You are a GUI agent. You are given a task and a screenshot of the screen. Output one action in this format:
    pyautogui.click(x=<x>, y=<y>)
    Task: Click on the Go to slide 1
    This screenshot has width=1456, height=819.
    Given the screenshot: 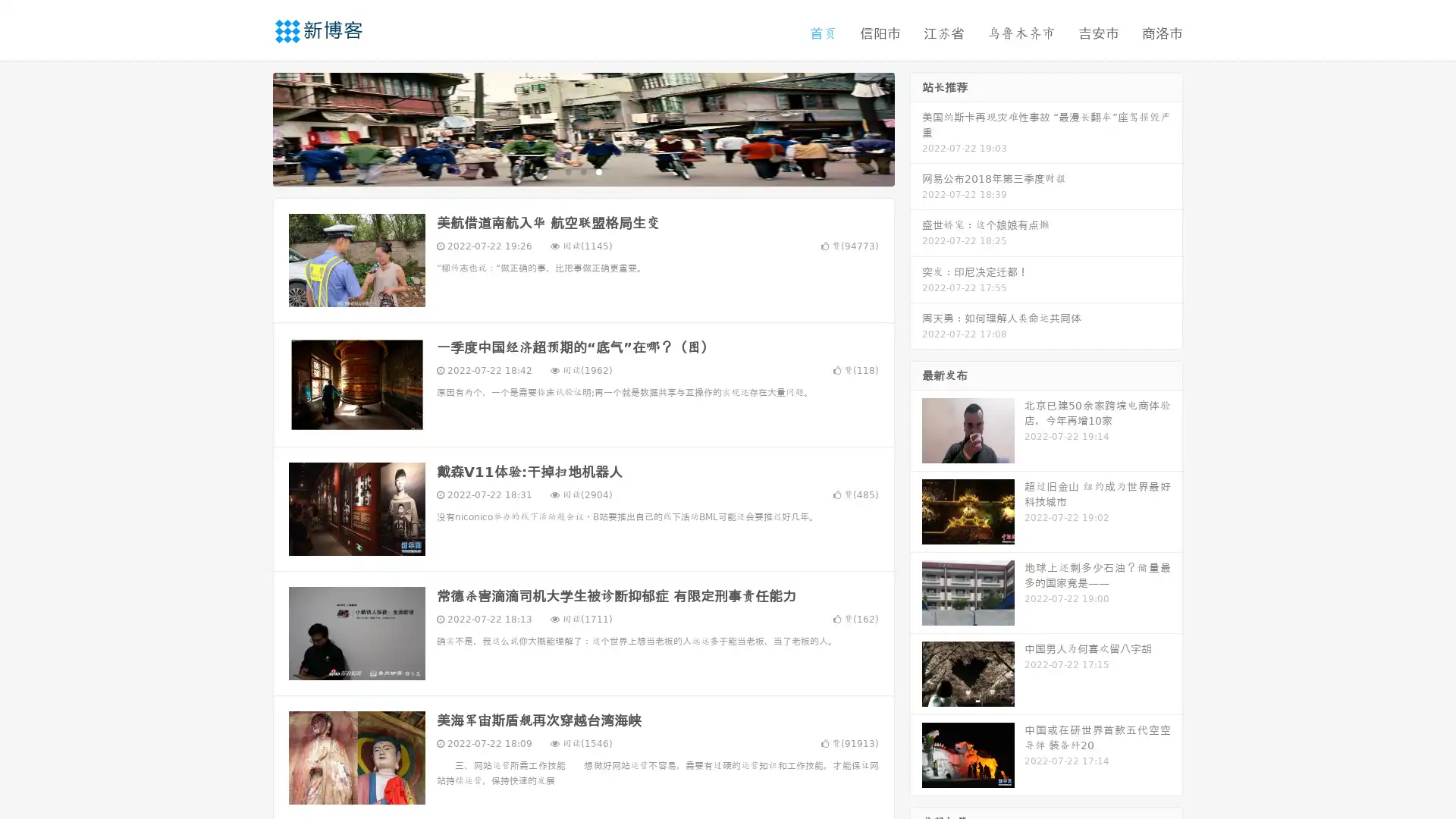 What is the action you would take?
    pyautogui.click(x=567, y=171)
    